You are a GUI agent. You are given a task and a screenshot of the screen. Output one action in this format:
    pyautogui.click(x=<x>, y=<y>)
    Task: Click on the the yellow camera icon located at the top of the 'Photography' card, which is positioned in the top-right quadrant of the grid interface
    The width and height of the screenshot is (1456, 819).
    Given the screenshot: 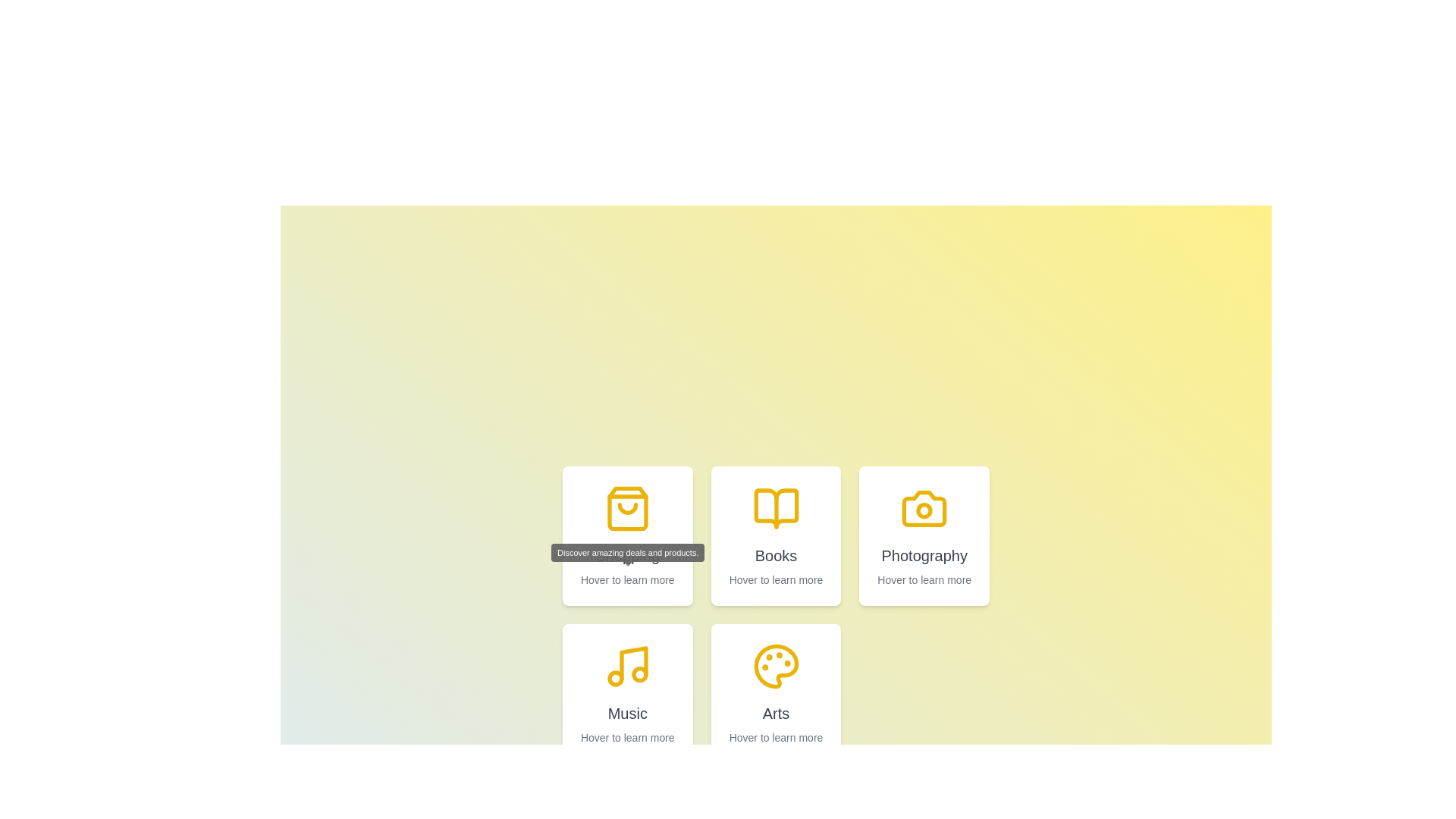 What is the action you would take?
    pyautogui.click(x=924, y=509)
    